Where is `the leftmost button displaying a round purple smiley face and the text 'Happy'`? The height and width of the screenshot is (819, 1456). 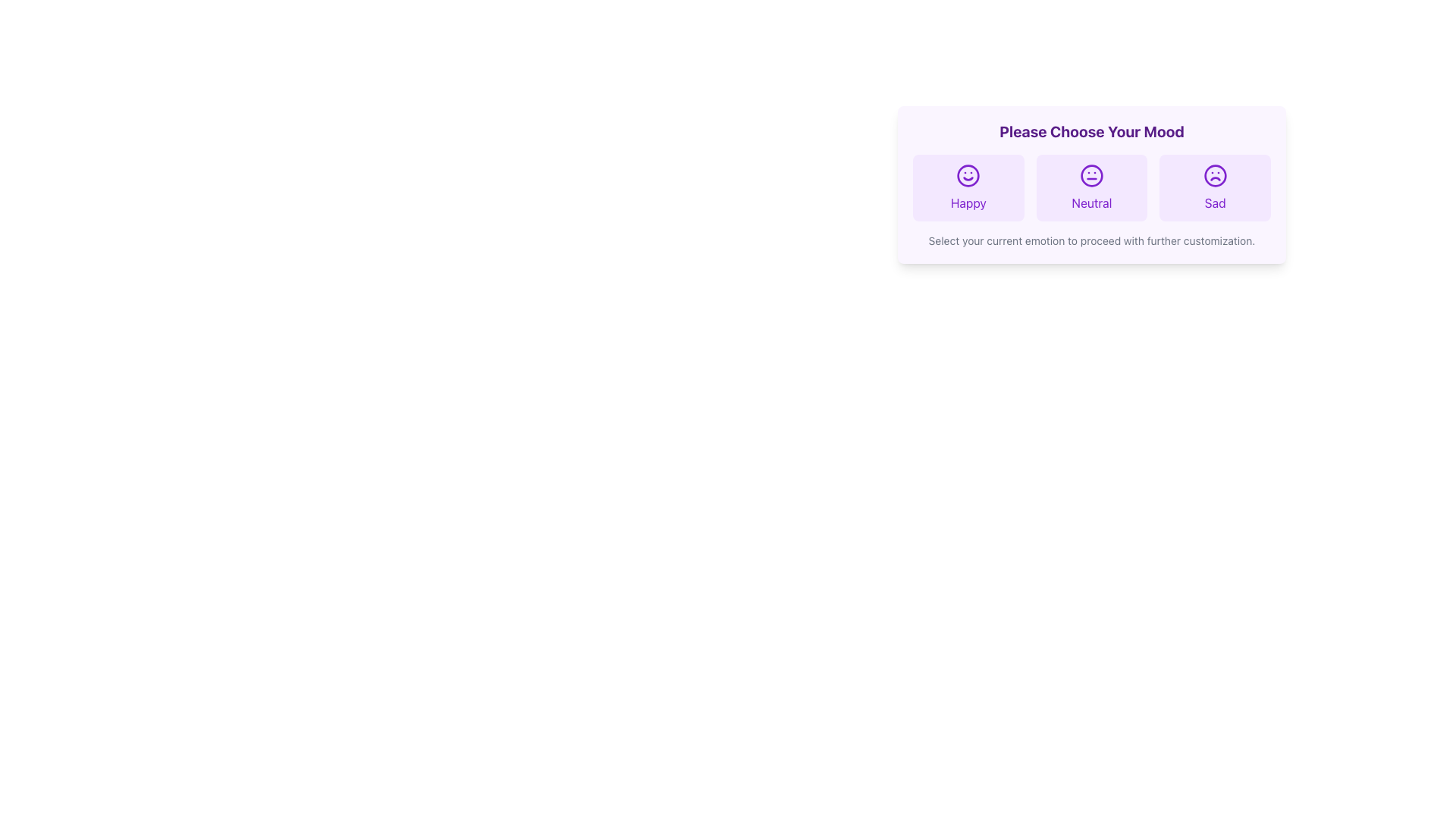 the leftmost button displaying a round purple smiley face and the text 'Happy' is located at coordinates (967, 187).